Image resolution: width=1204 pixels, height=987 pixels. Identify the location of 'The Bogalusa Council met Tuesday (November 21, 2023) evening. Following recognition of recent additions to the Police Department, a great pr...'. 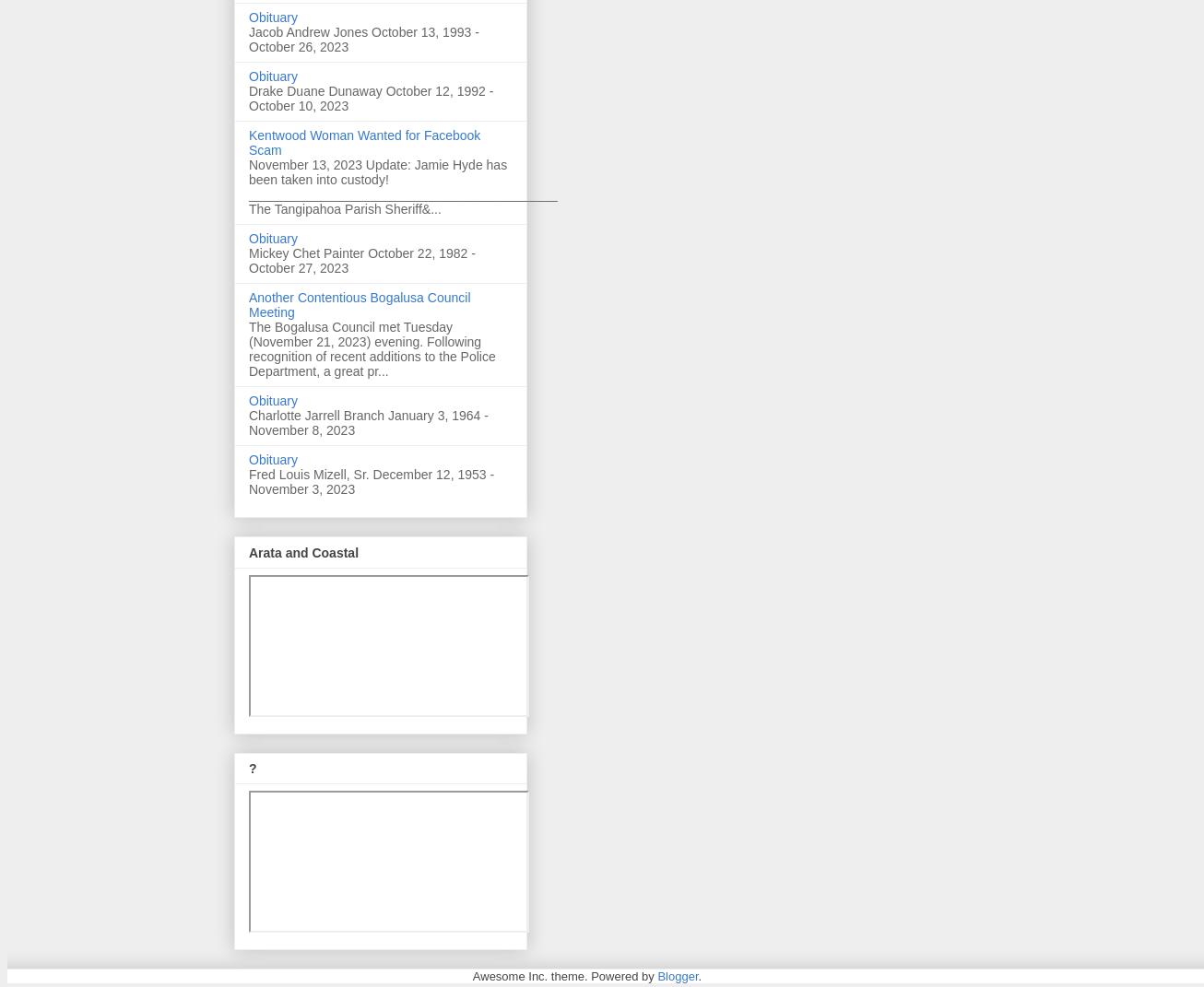
(372, 348).